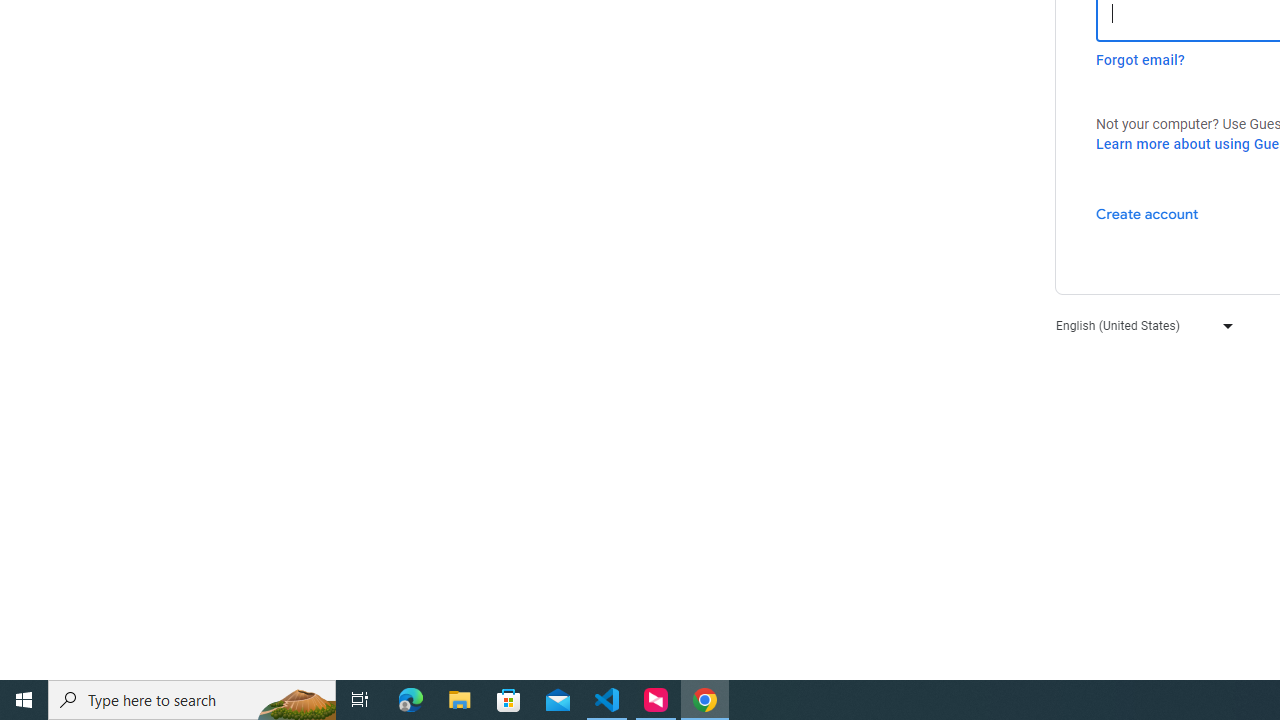 Image resolution: width=1280 pixels, height=720 pixels. I want to click on 'Create account', so click(1146, 213).